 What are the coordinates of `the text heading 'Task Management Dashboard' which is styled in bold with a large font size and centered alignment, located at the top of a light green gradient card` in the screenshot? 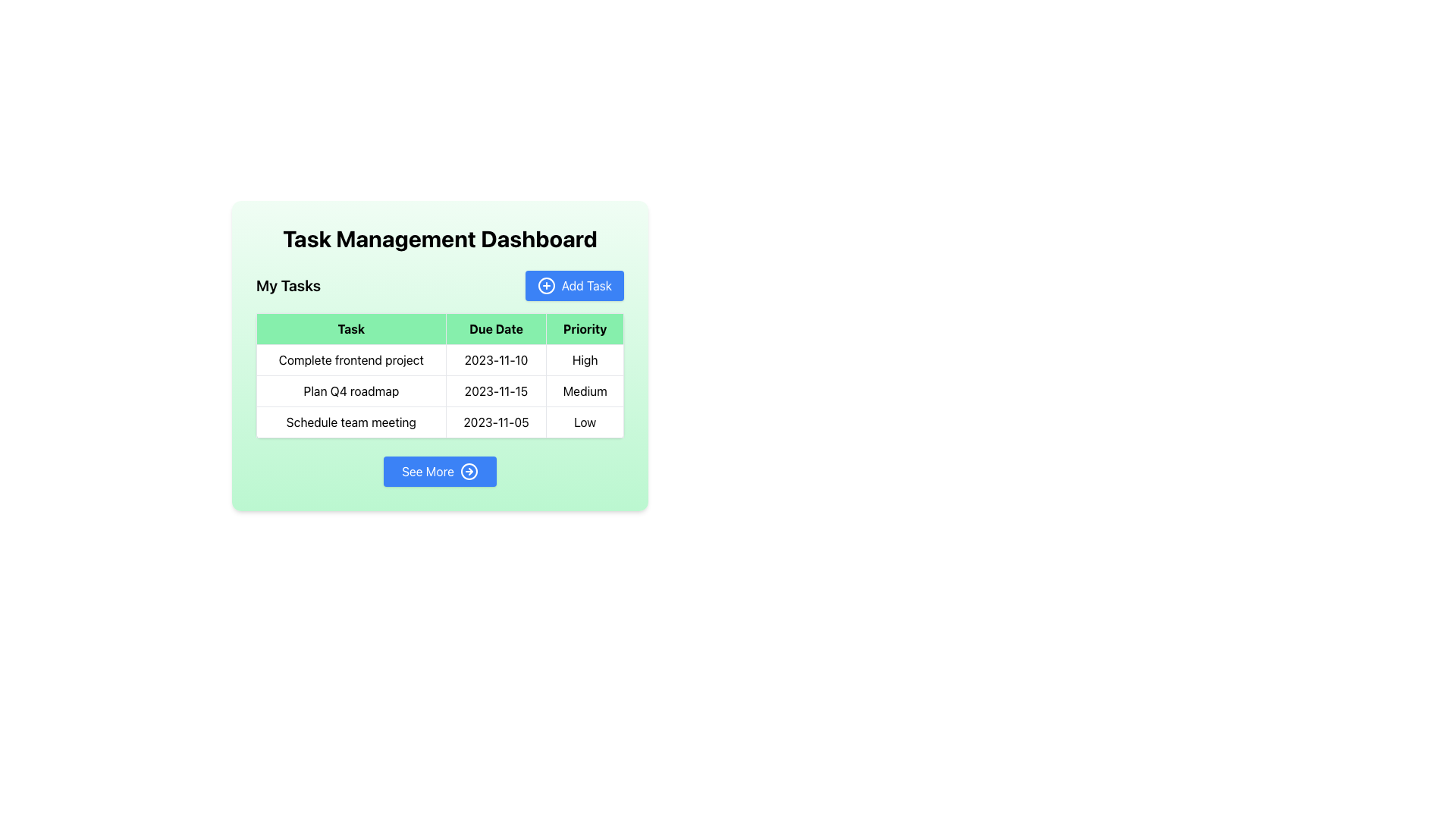 It's located at (439, 239).